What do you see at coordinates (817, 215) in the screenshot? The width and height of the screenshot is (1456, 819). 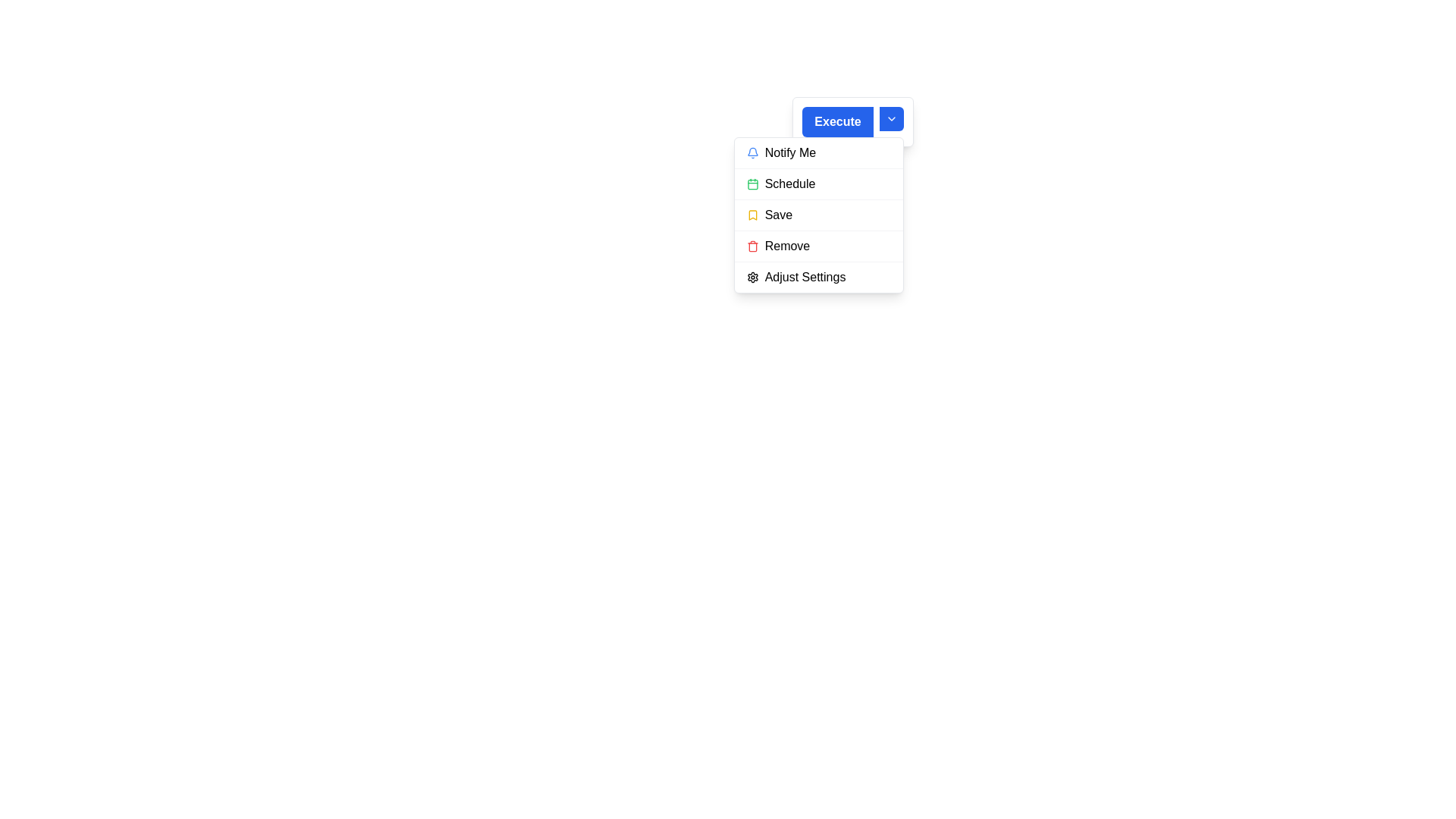 I see `the 'Save' button located in the dropdown menu that appears after clicking the 'Execute' button, positioned between the 'Schedule' and 'Remove' options` at bounding box center [817, 215].